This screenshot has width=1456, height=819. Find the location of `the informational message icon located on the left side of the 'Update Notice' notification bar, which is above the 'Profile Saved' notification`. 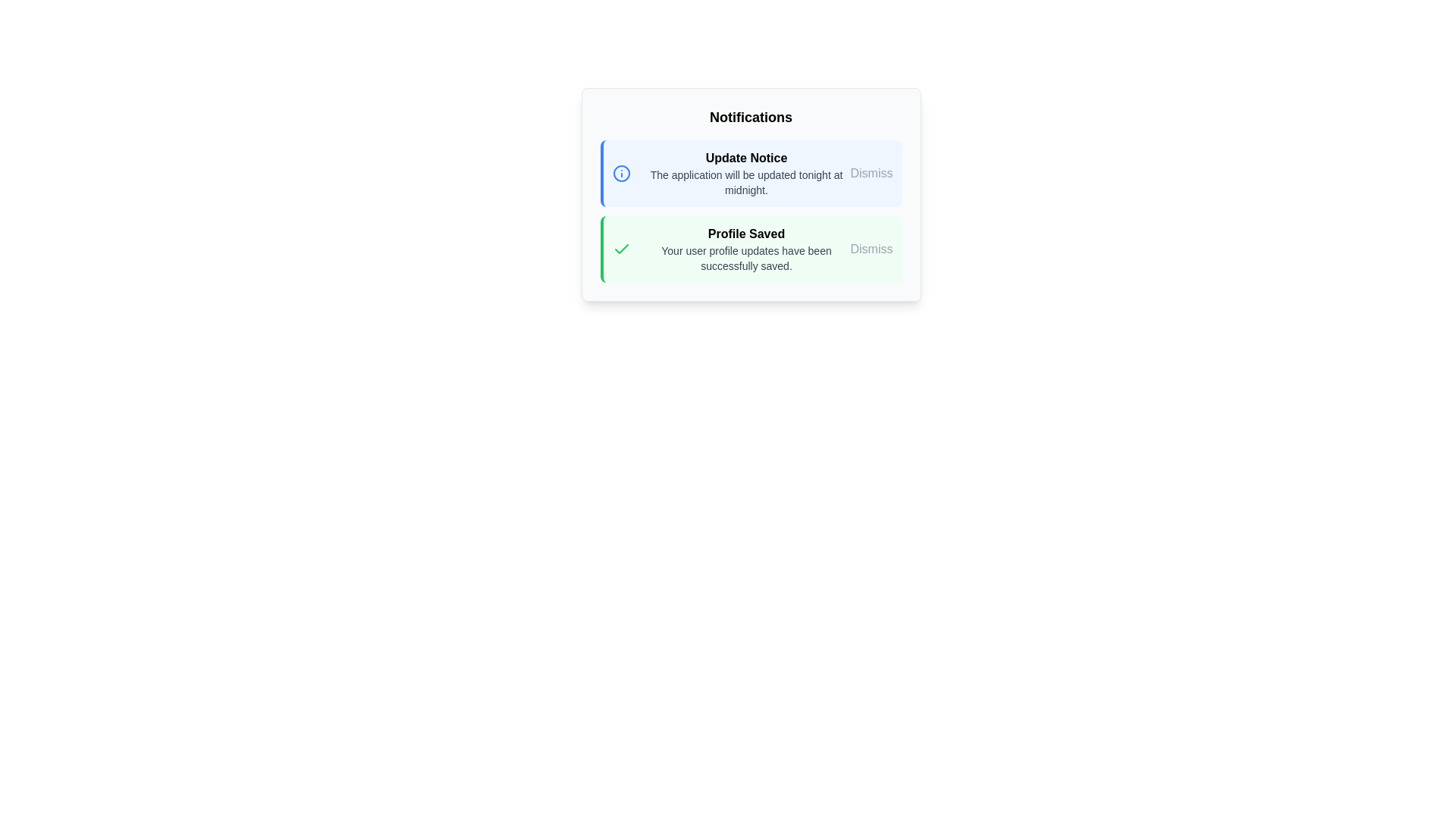

the informational message icon located on the left side of the 'Update Notice' notification bar, which is above the 'Profile Saved' notification is located at coordinates (621, 172).